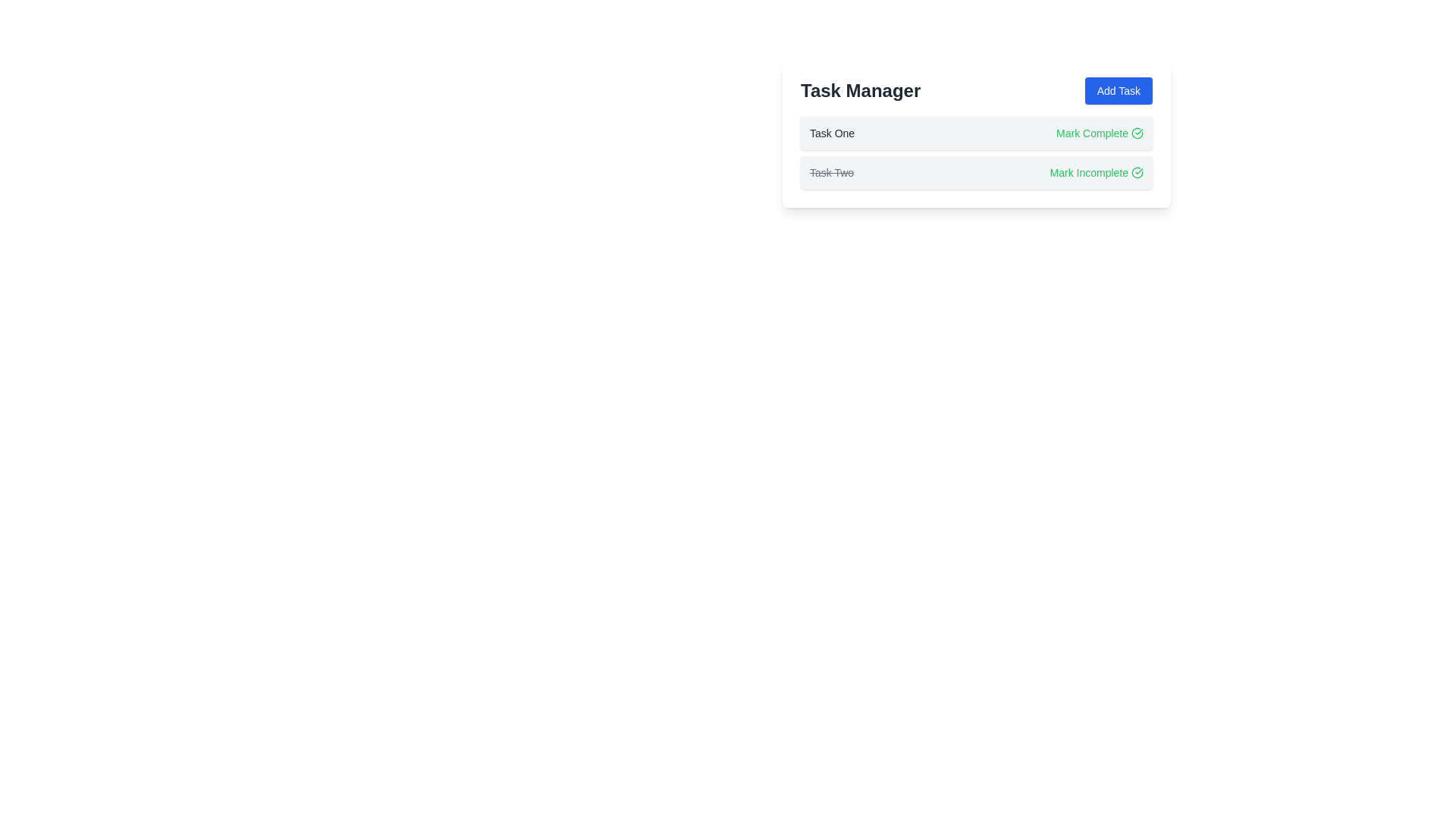  Describe the element at coordinates (1097, 171) in the screenshot. I see `the button located to the right of the text 'Task Two' in the second task row to mark the task as incomplete` at that location.